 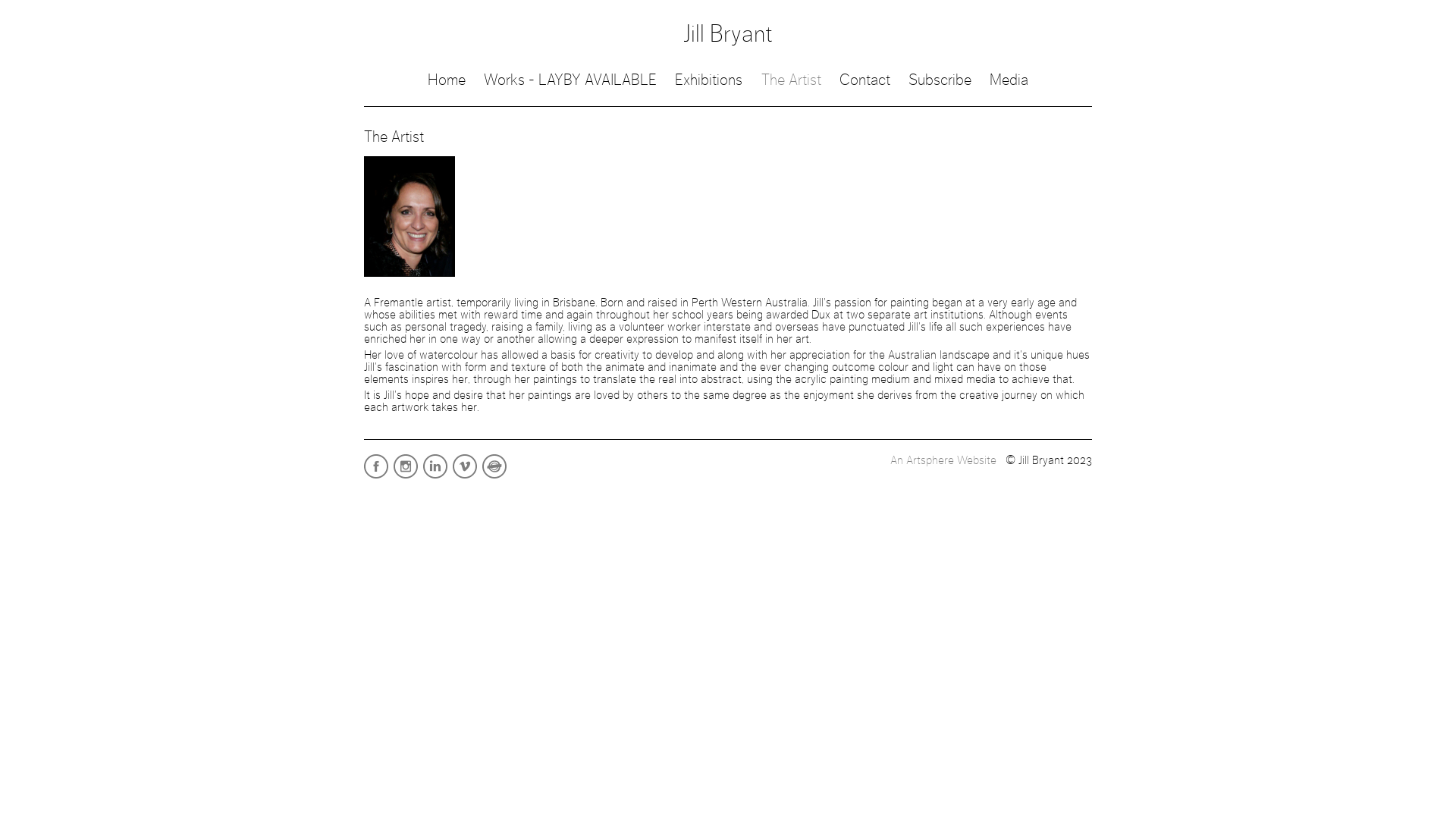 I want to click on 'Vimeo', so click(x=465, y=476).